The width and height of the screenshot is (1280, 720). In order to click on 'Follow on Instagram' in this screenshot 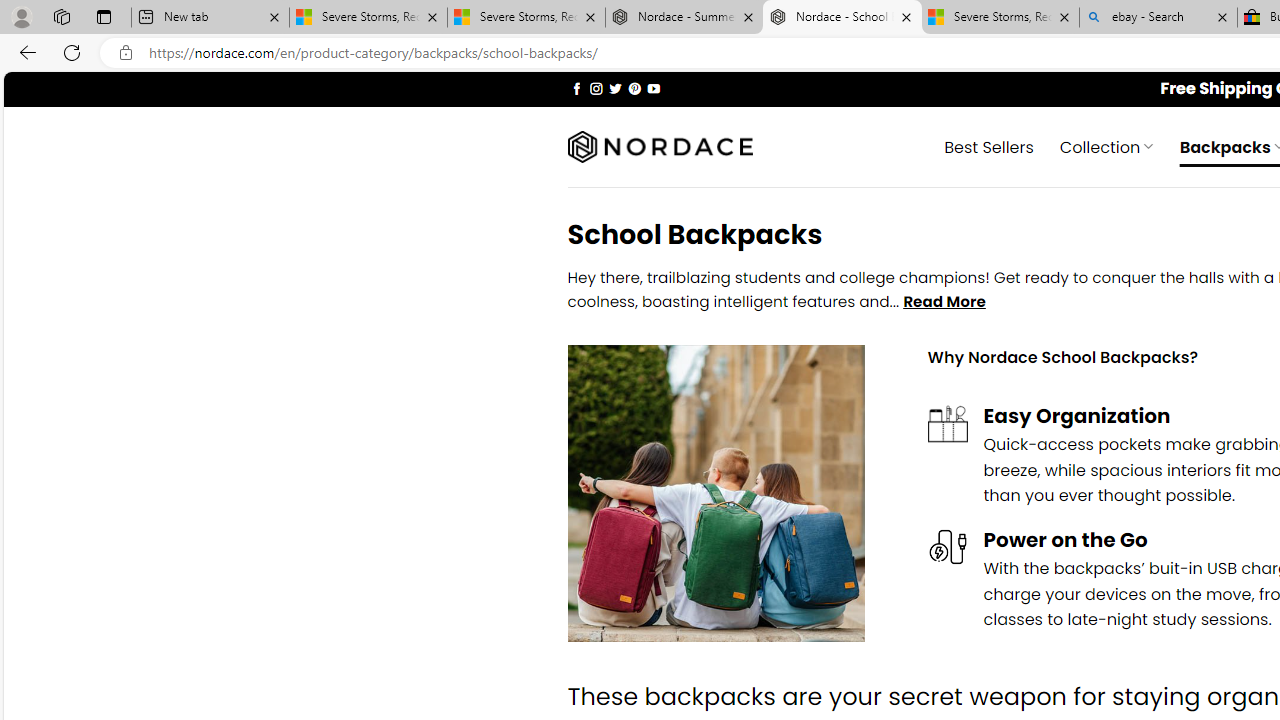, I will do `click(595, 87)`.